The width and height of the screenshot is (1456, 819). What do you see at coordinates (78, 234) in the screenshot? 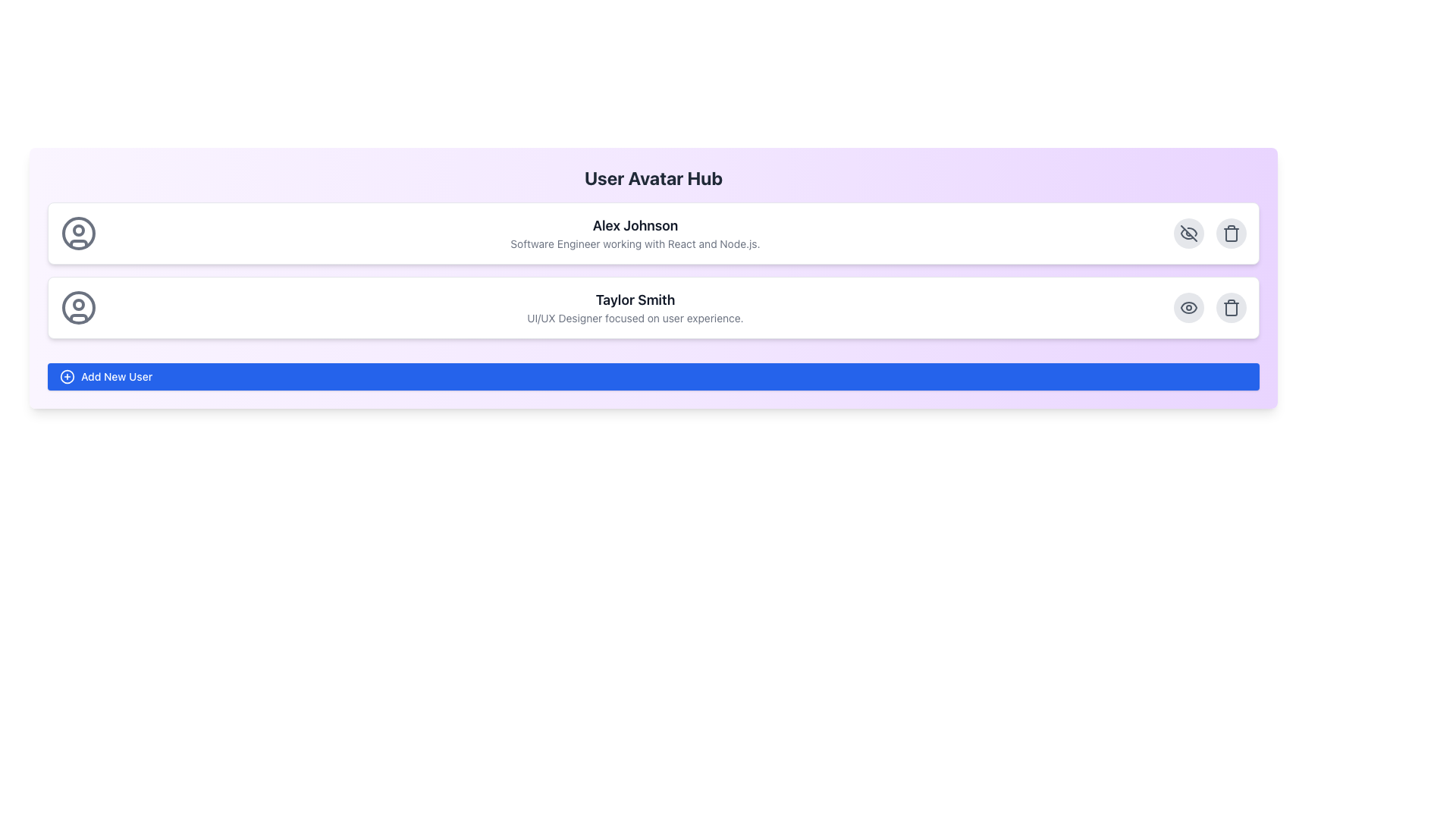
I see `the user avatar icon represented by a circular outline with a head and shoulders, located in the user profile card` at bounding box center [78, 234].